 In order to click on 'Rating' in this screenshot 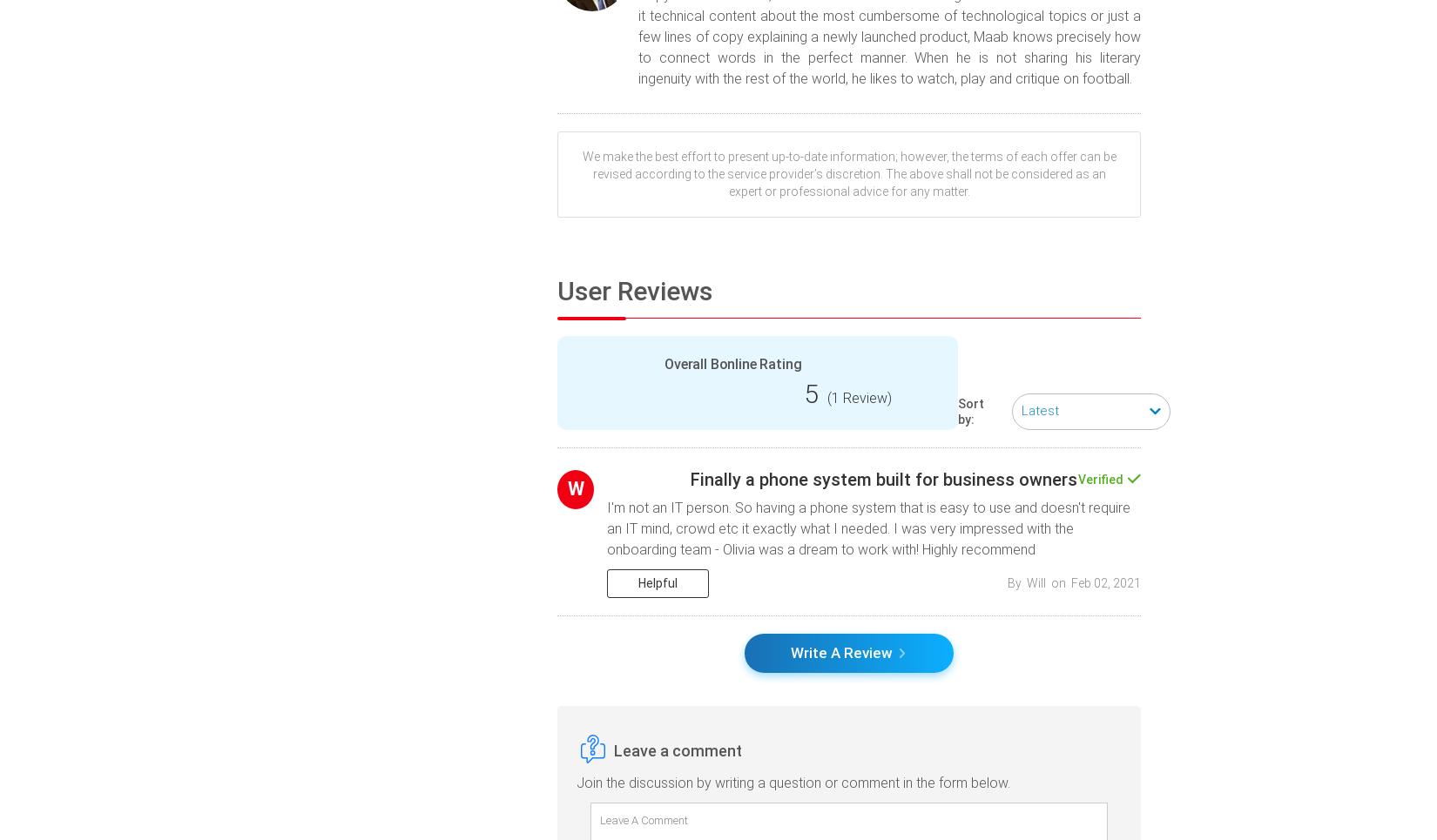, I will do `click(779, 364)`.